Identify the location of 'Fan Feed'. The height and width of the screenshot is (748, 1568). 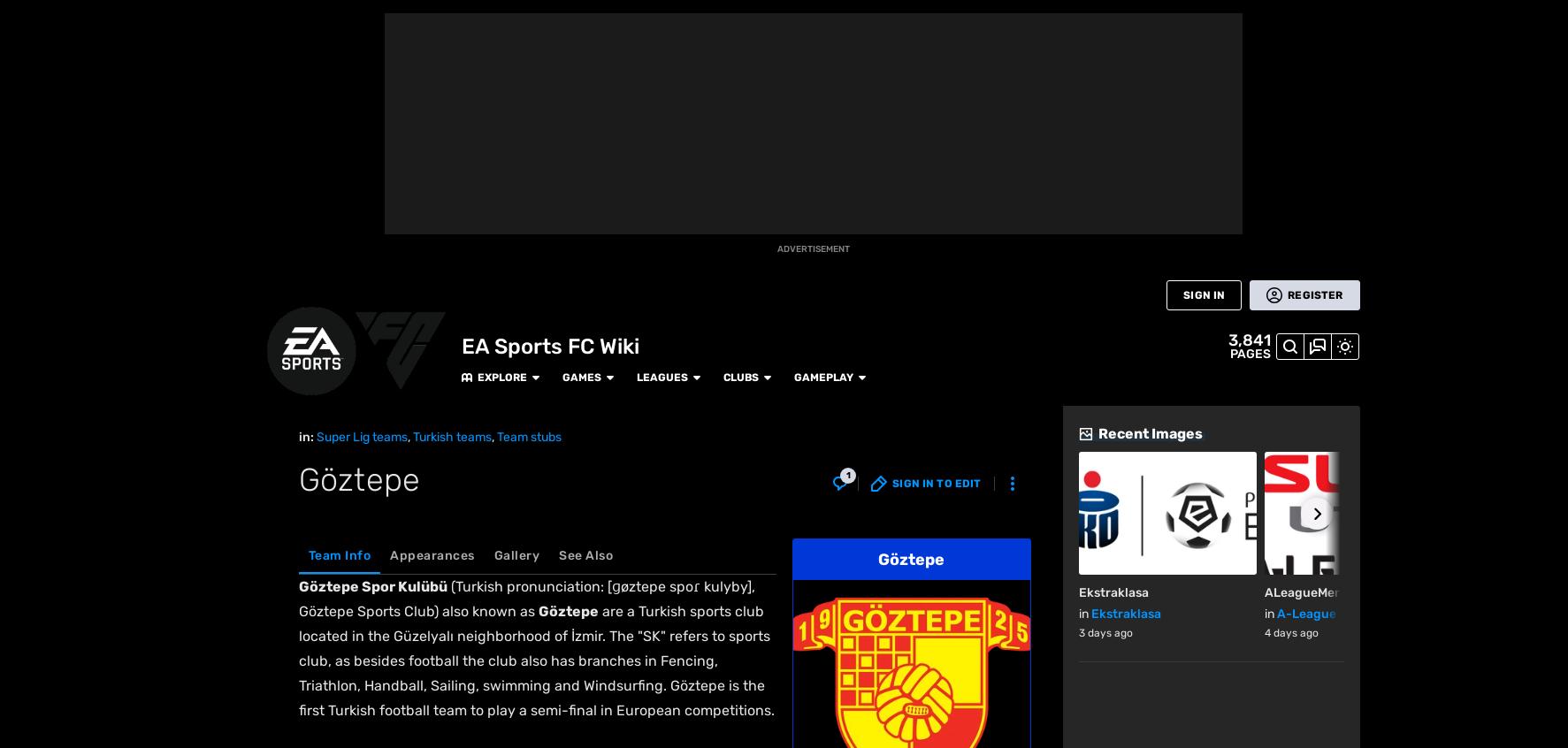
(339, 351).